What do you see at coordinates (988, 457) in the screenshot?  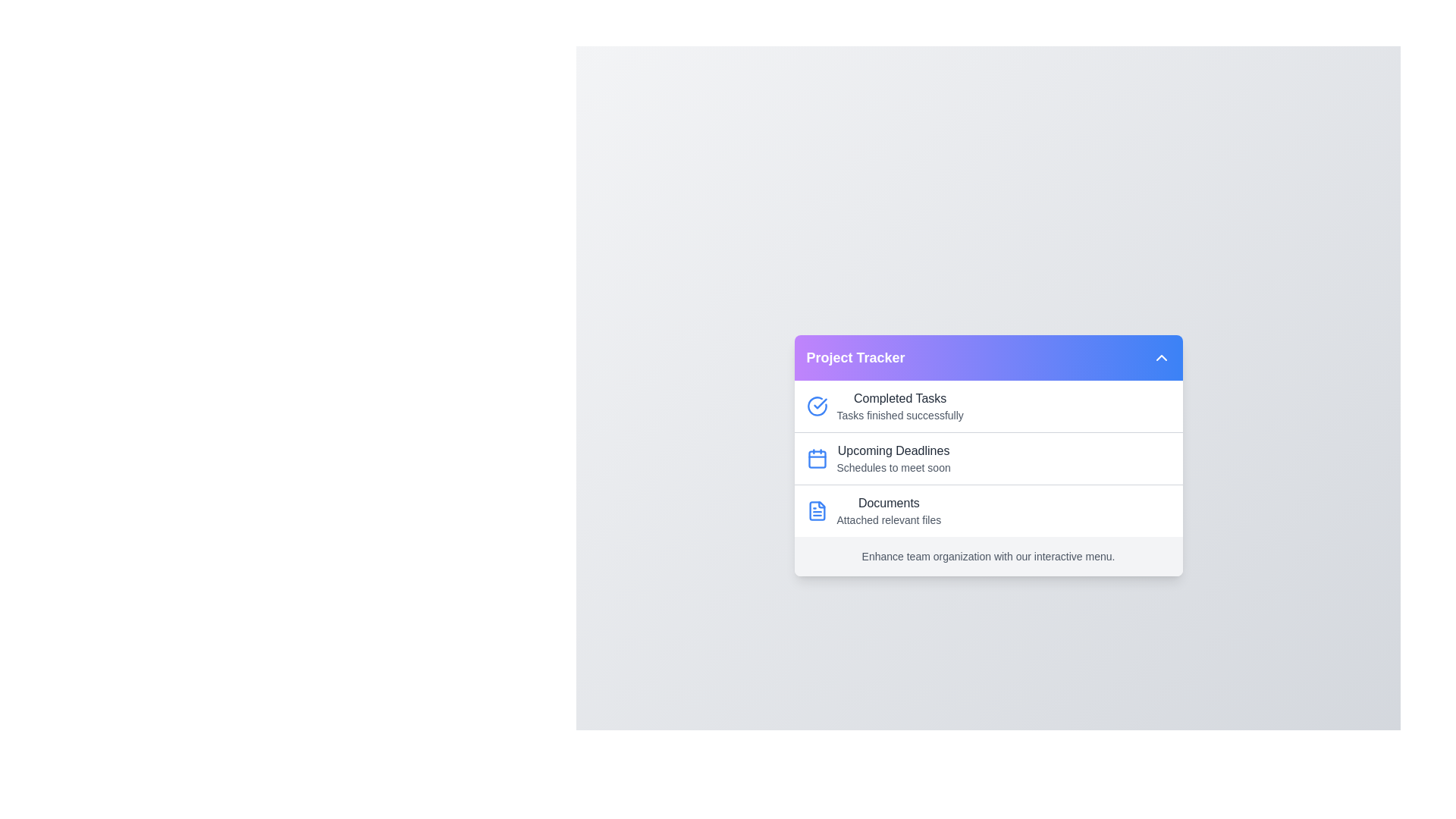 I see `the list item corresponding to Upcoming Deadlines` at bounding box center [988, 457].